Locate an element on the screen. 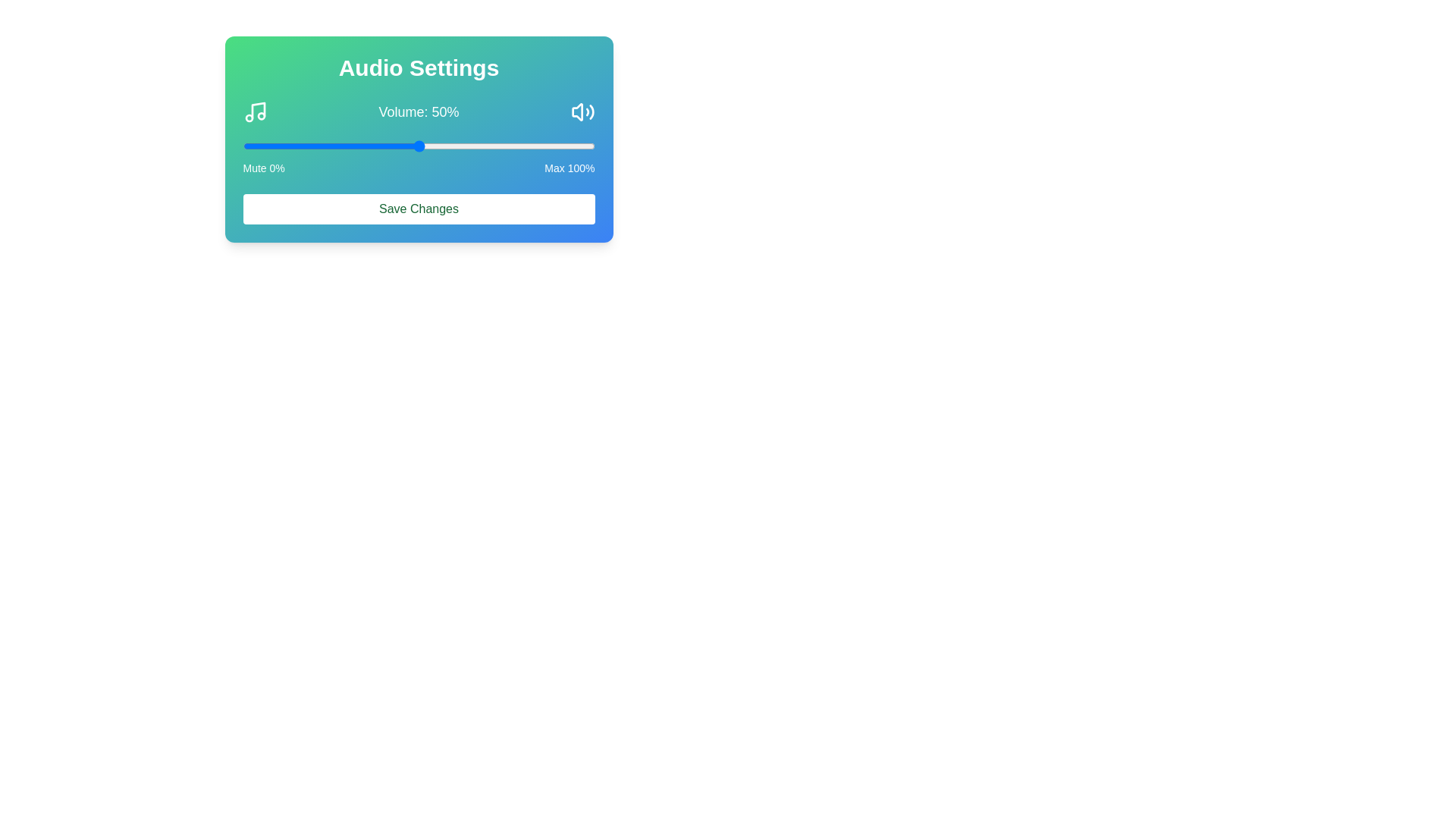  the interactive element volume_slider to observe its effects is located at coordinates (419, 146).